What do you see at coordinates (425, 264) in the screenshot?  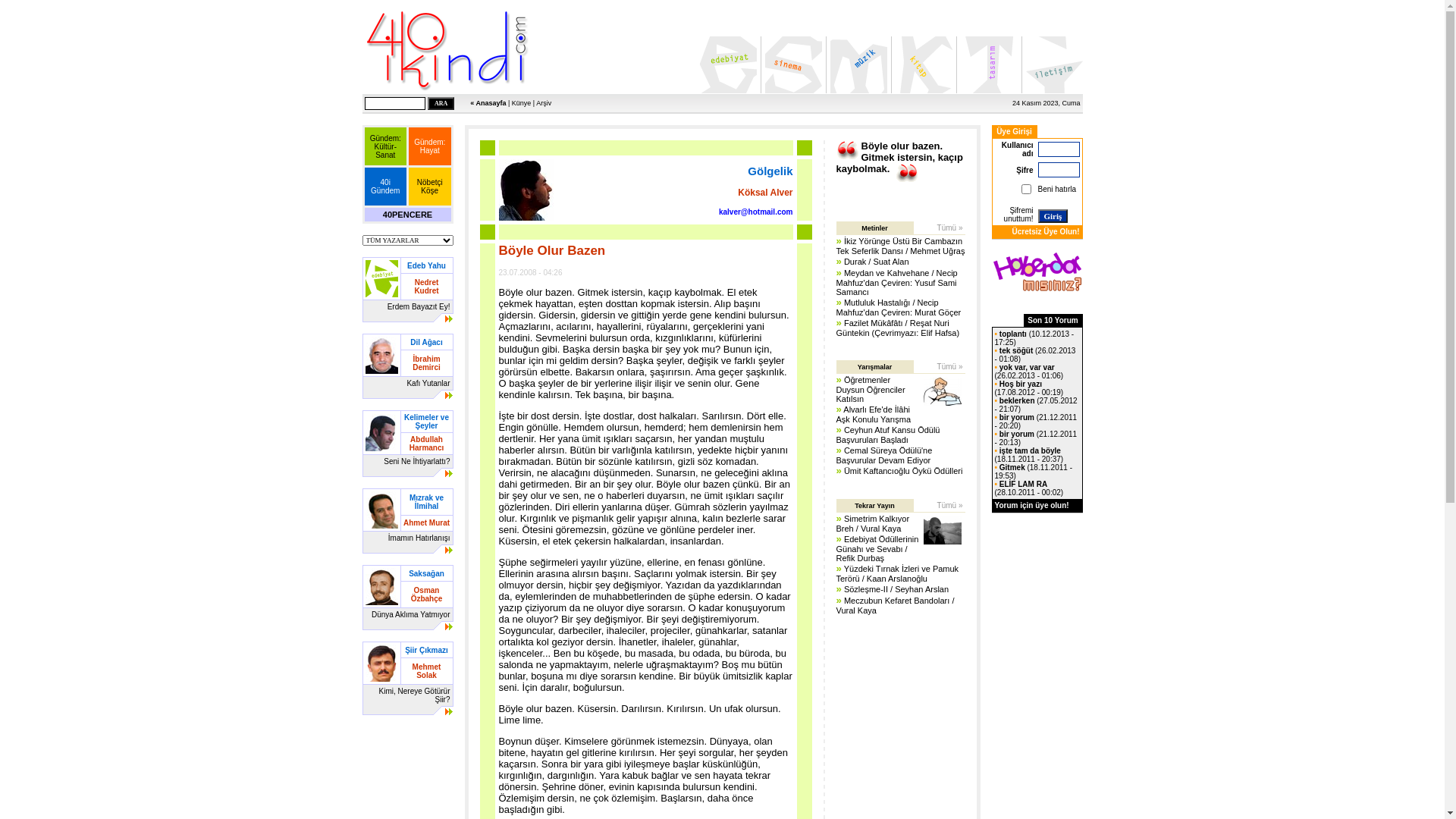 I see `'Edeb Yahu'` at bounding box center [425, 264].